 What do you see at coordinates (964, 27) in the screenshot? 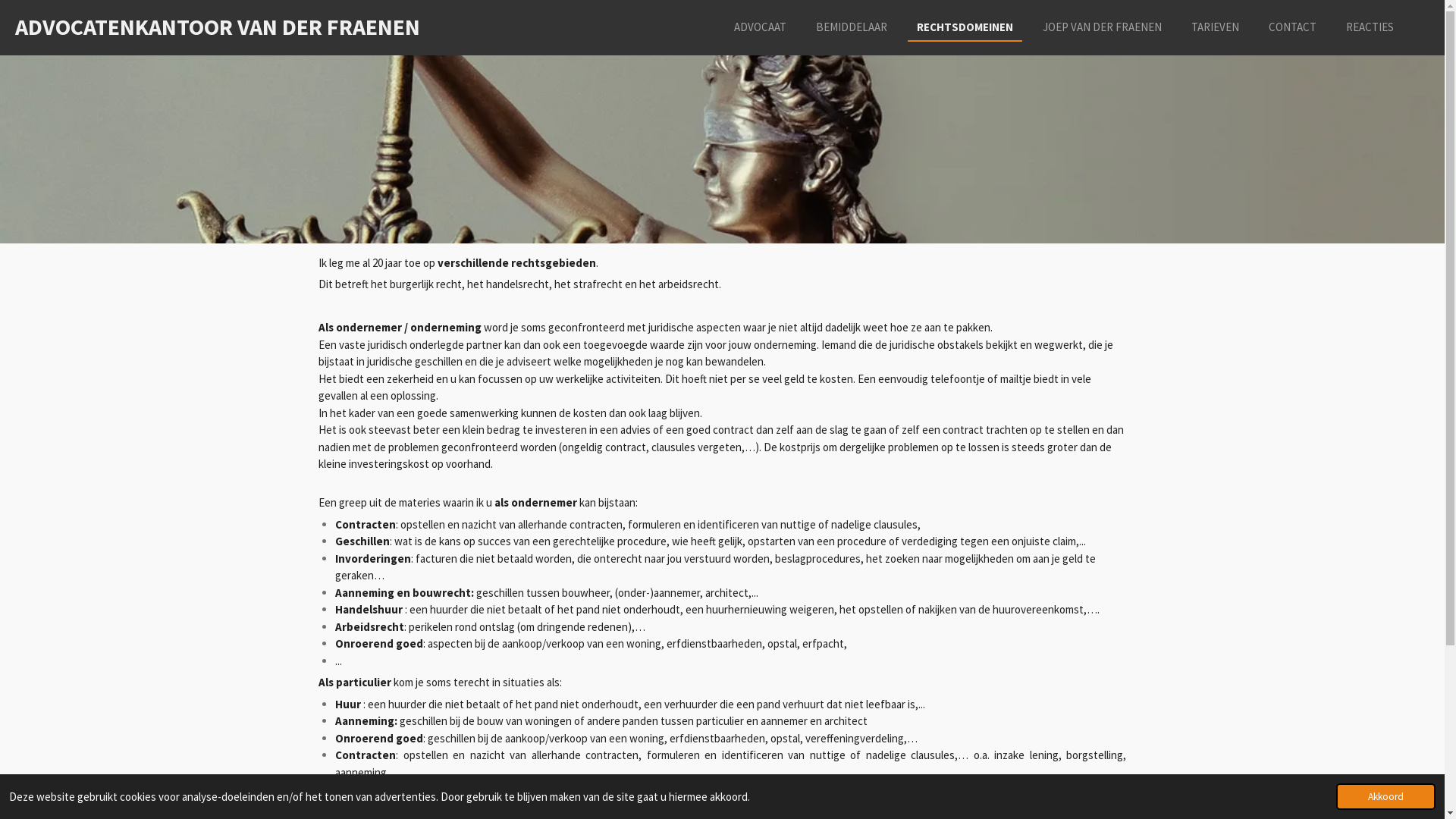
I see `'RECHTSDOMEINEN'` at bounding box center [964, 27].